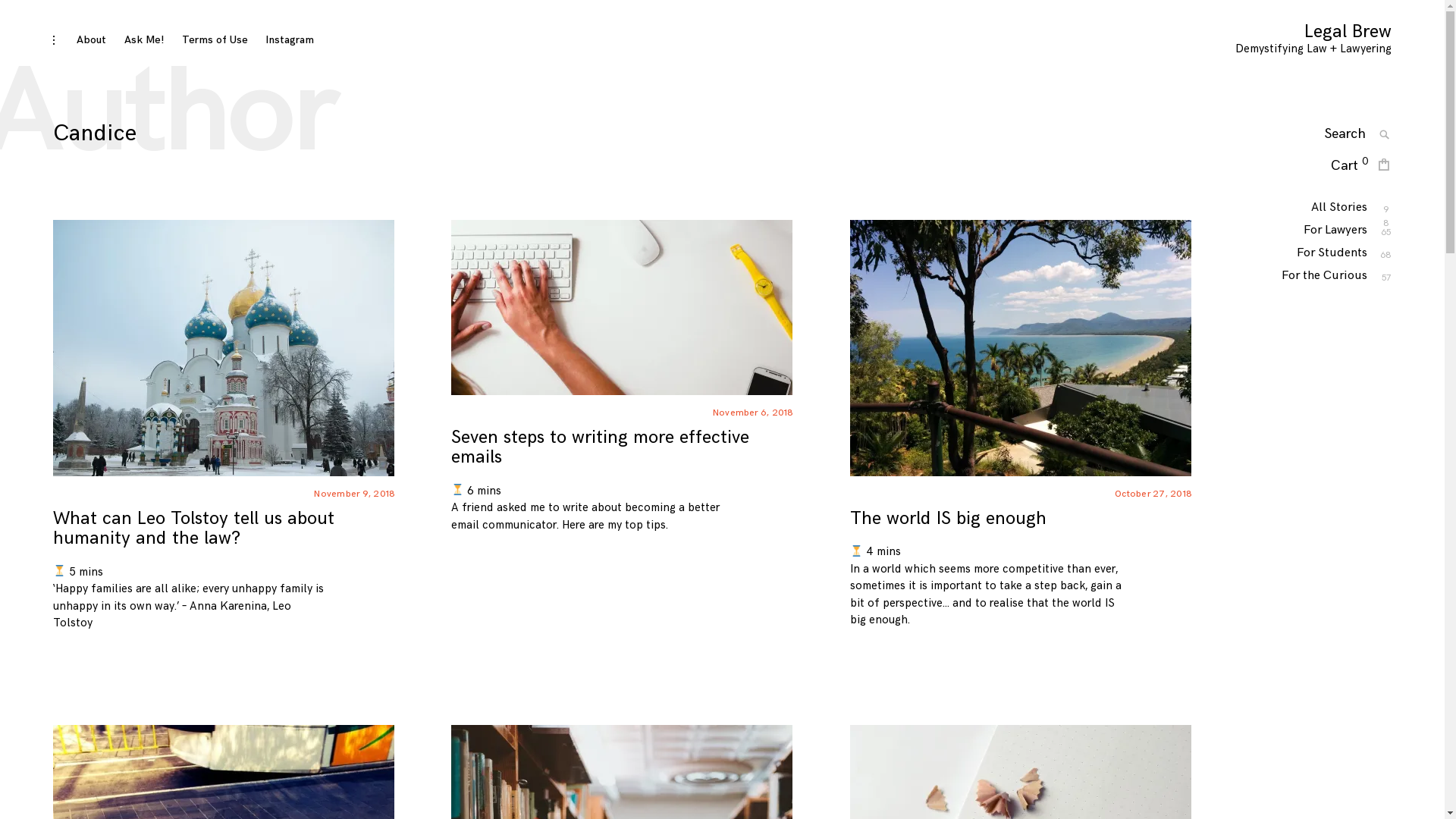 This screenshot has height=819, width=1456. I want to click on 'Ask Me!', so click(144, 39).